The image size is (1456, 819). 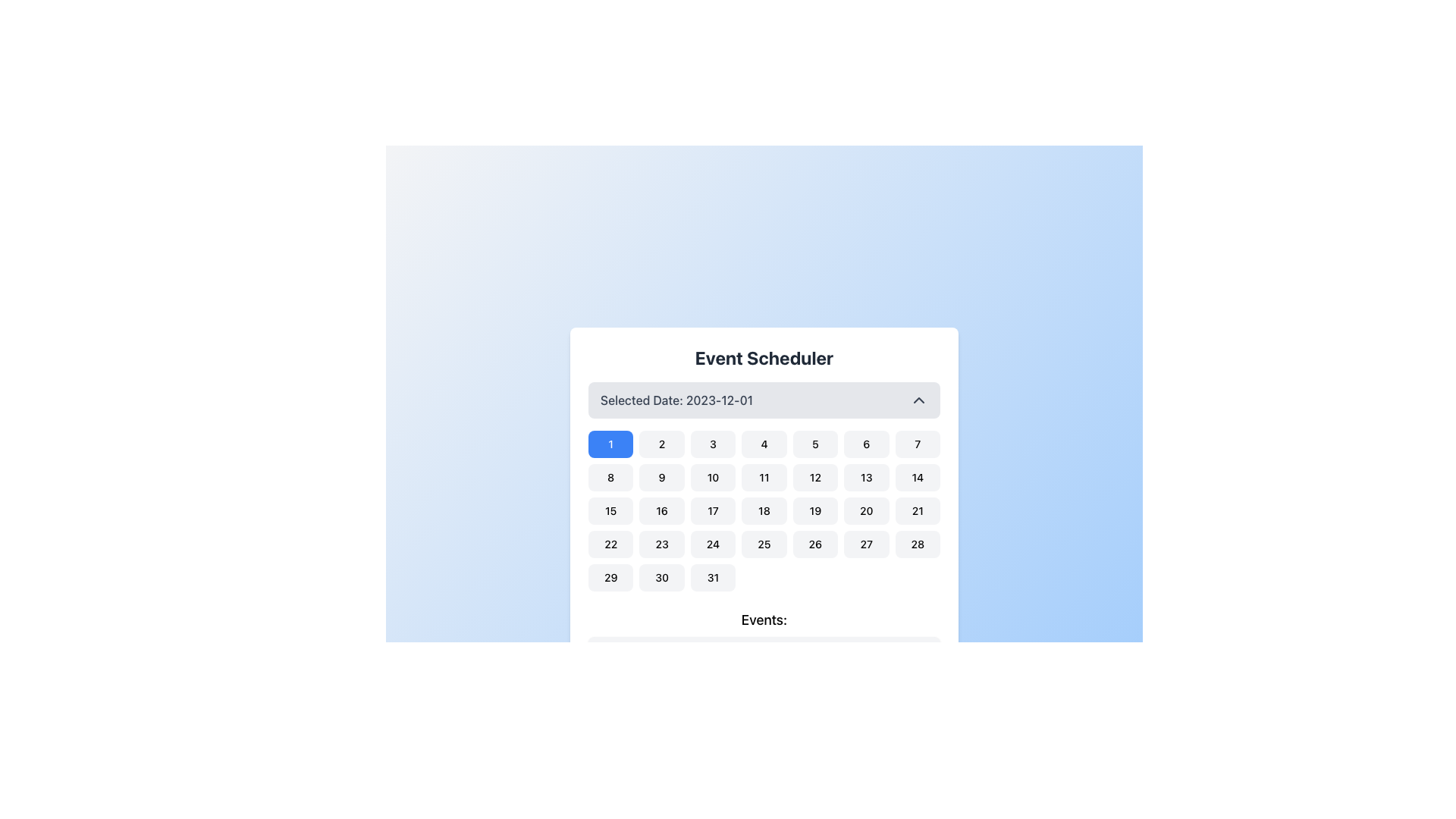 What do you see at coordinates (764, 543) in the screenshot?
I see `the button displaying '25' in bold black font, located in the fourth row and fourth column of the calendar grid` at bounding box center [764, 543].